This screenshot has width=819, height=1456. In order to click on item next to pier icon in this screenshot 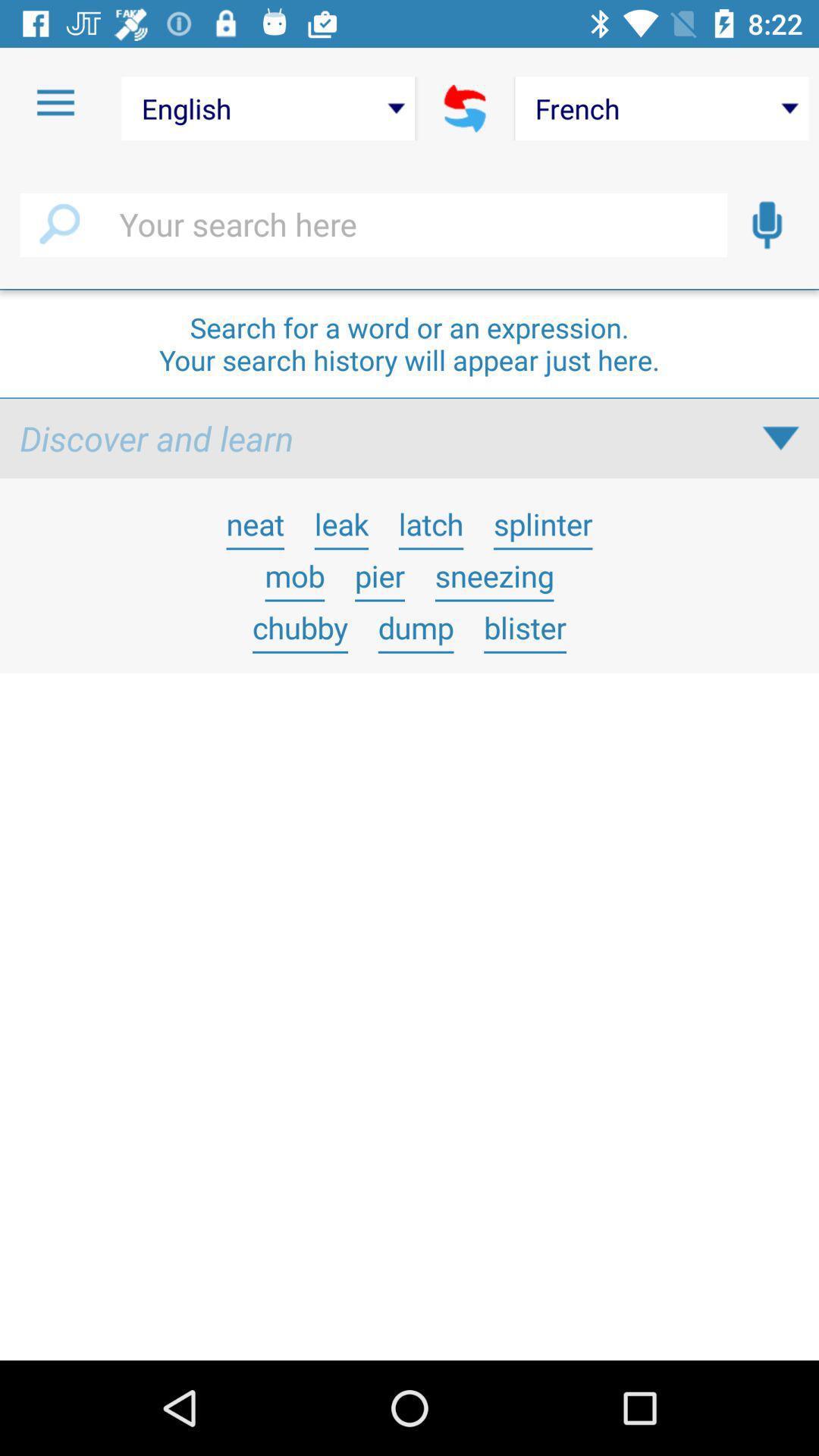, I will do `click(294, 575)`.